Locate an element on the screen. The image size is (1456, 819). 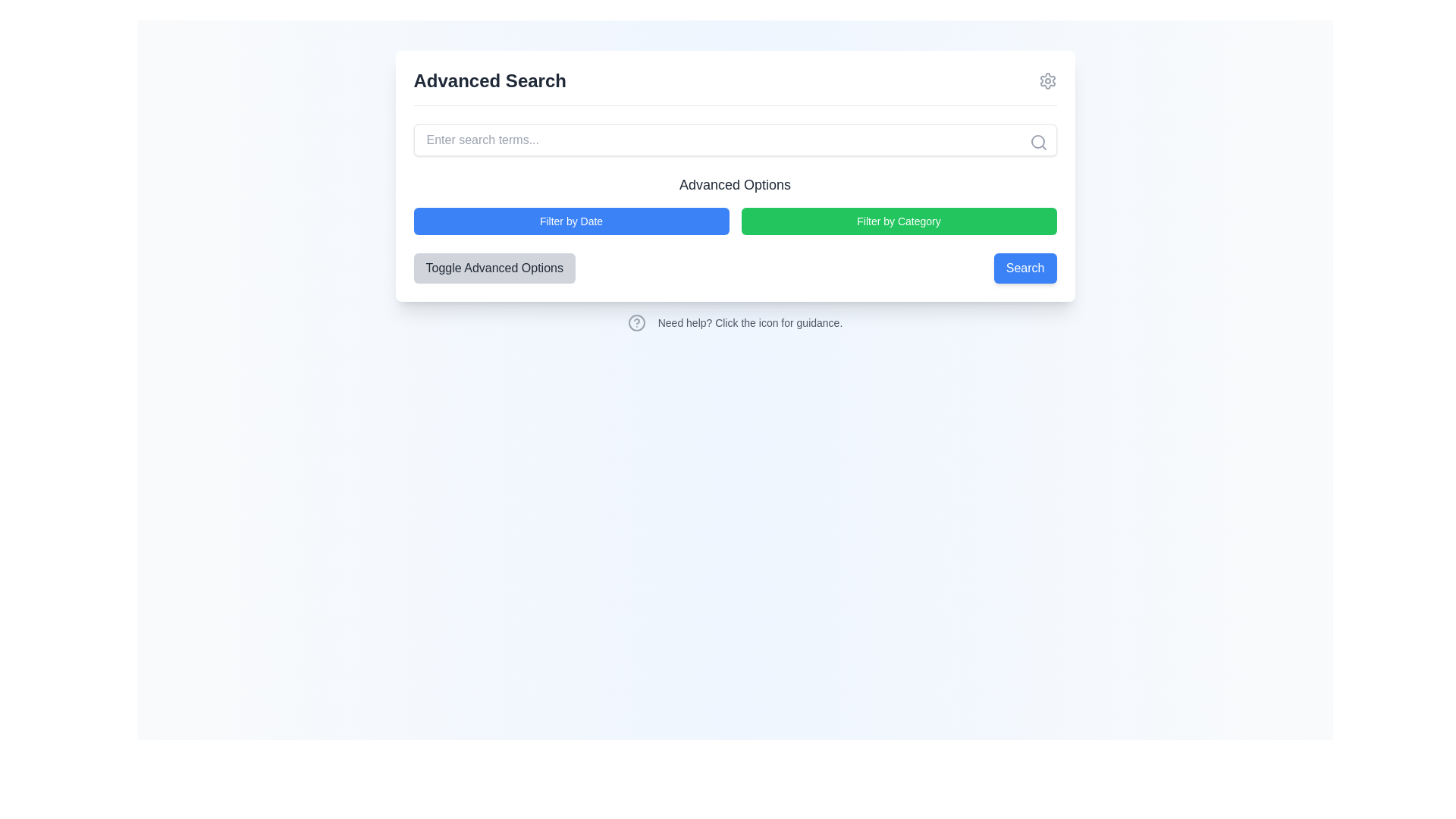
the filter button located under the 'Advanced Options' heading, which filters search results based on a date criterion is located at coordinates (570, 221).